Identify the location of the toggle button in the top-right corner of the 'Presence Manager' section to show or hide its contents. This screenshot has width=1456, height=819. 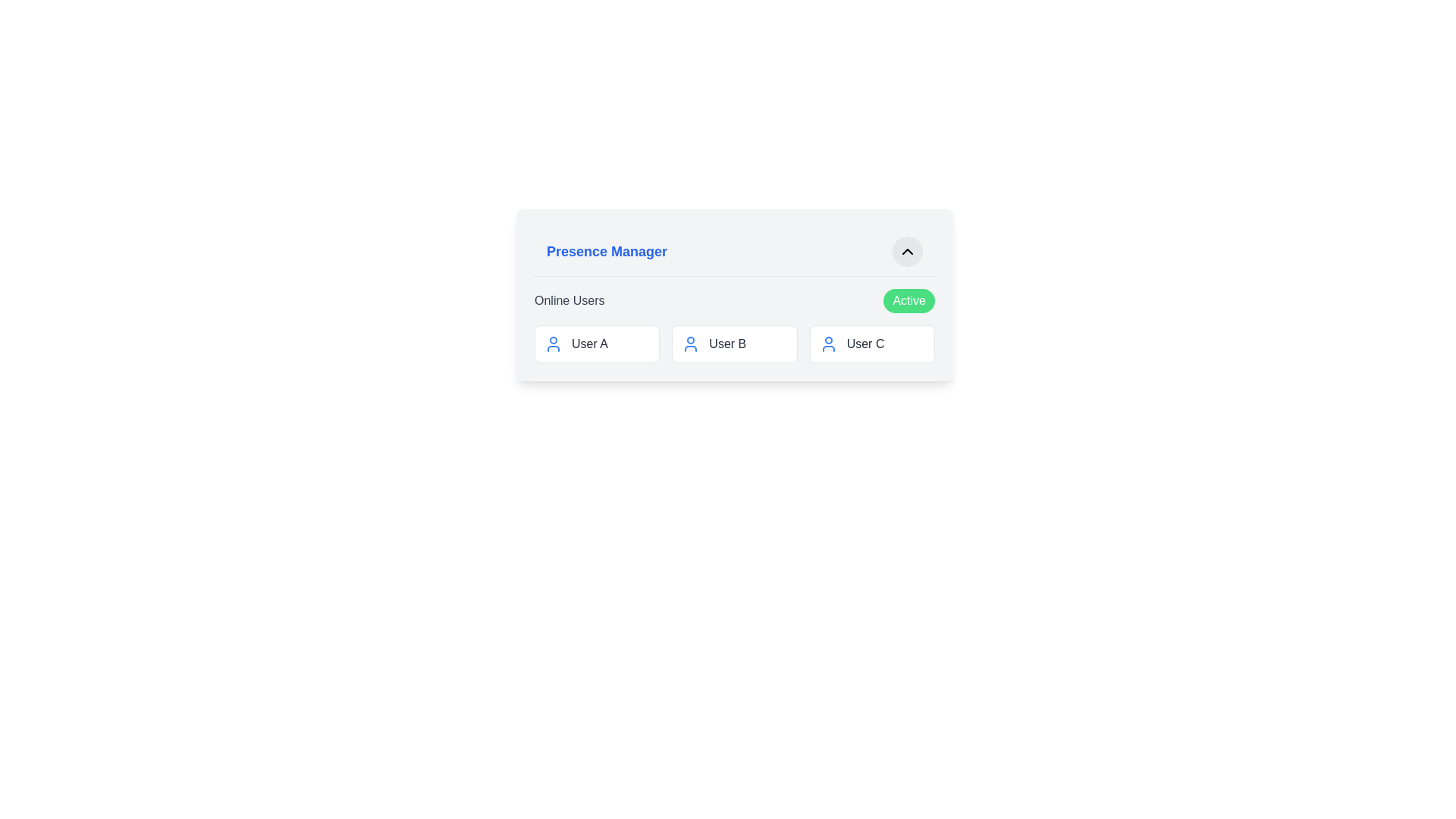
(907, 250).